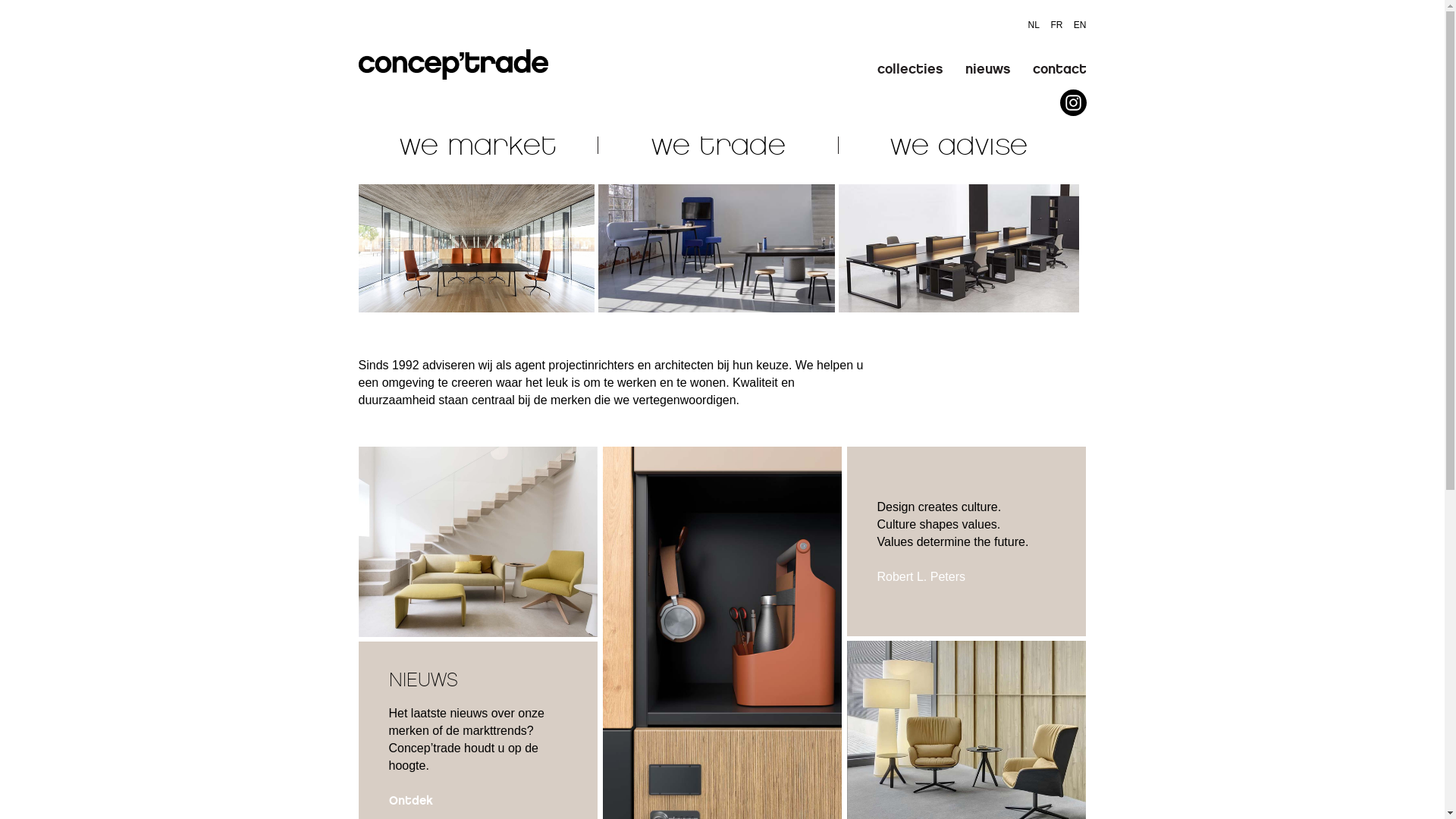  I want to click on 'collecties', so click(909, 69).